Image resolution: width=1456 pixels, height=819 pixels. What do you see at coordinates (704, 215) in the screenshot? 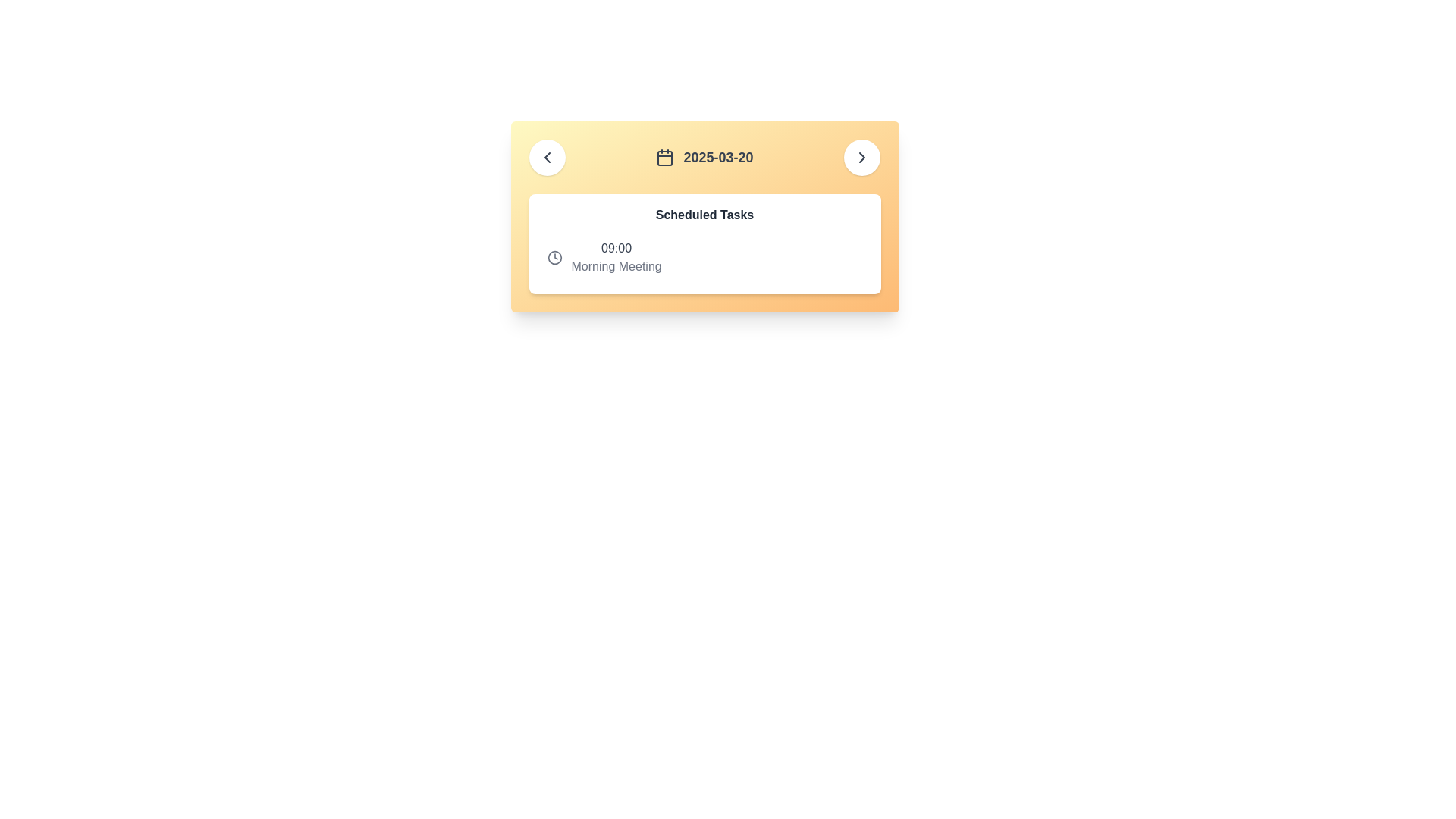
I see `the header text label that says 'Scheduled Tasks', which is styled in bold and located at the top of a white rounded rectangle card layout` at bounding box center [704, 215].